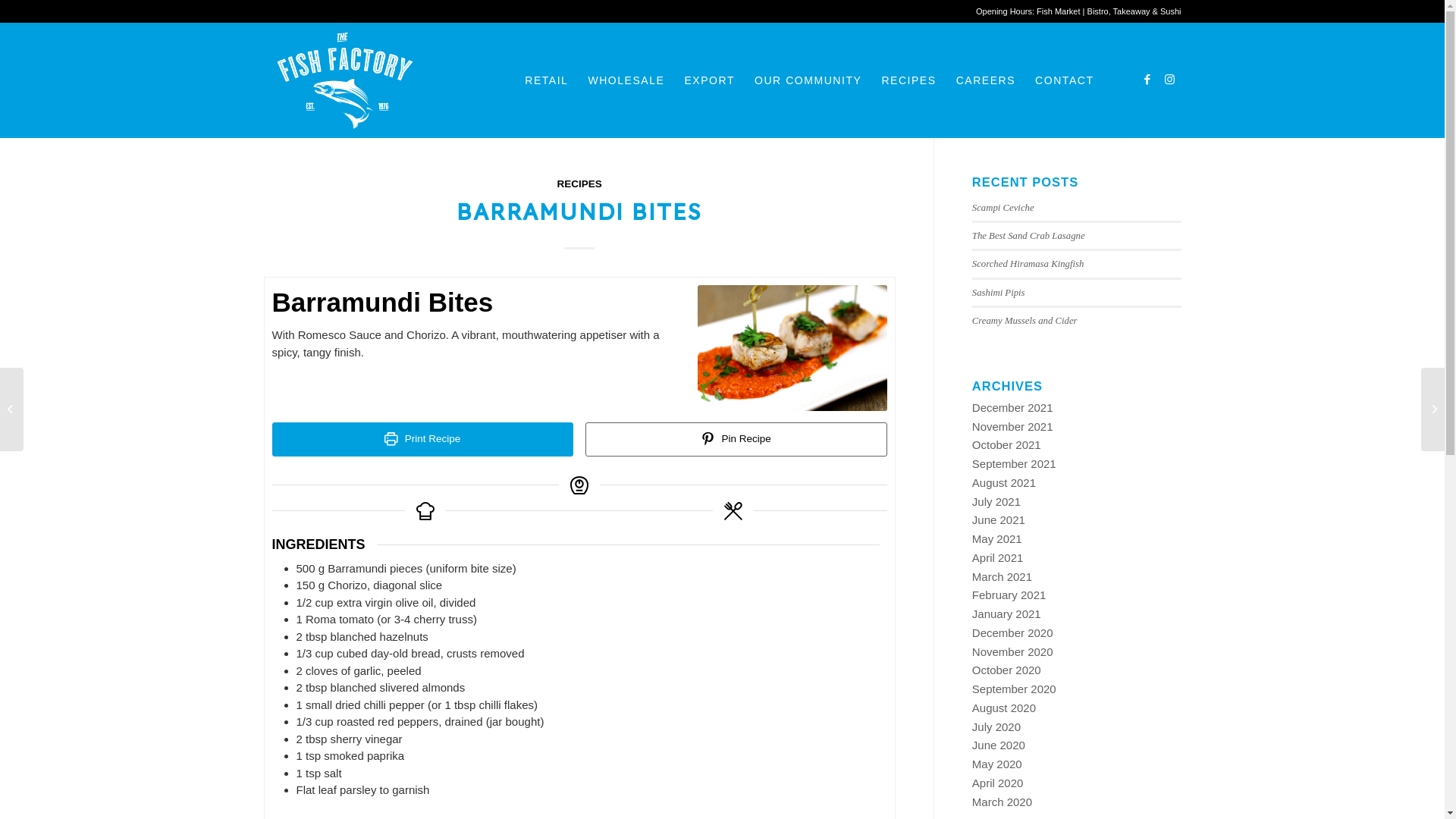  What do you see at coordinates (1006, 444) in the screenshot?
I see `'October 2021'` at bounding box center [1006, 444].